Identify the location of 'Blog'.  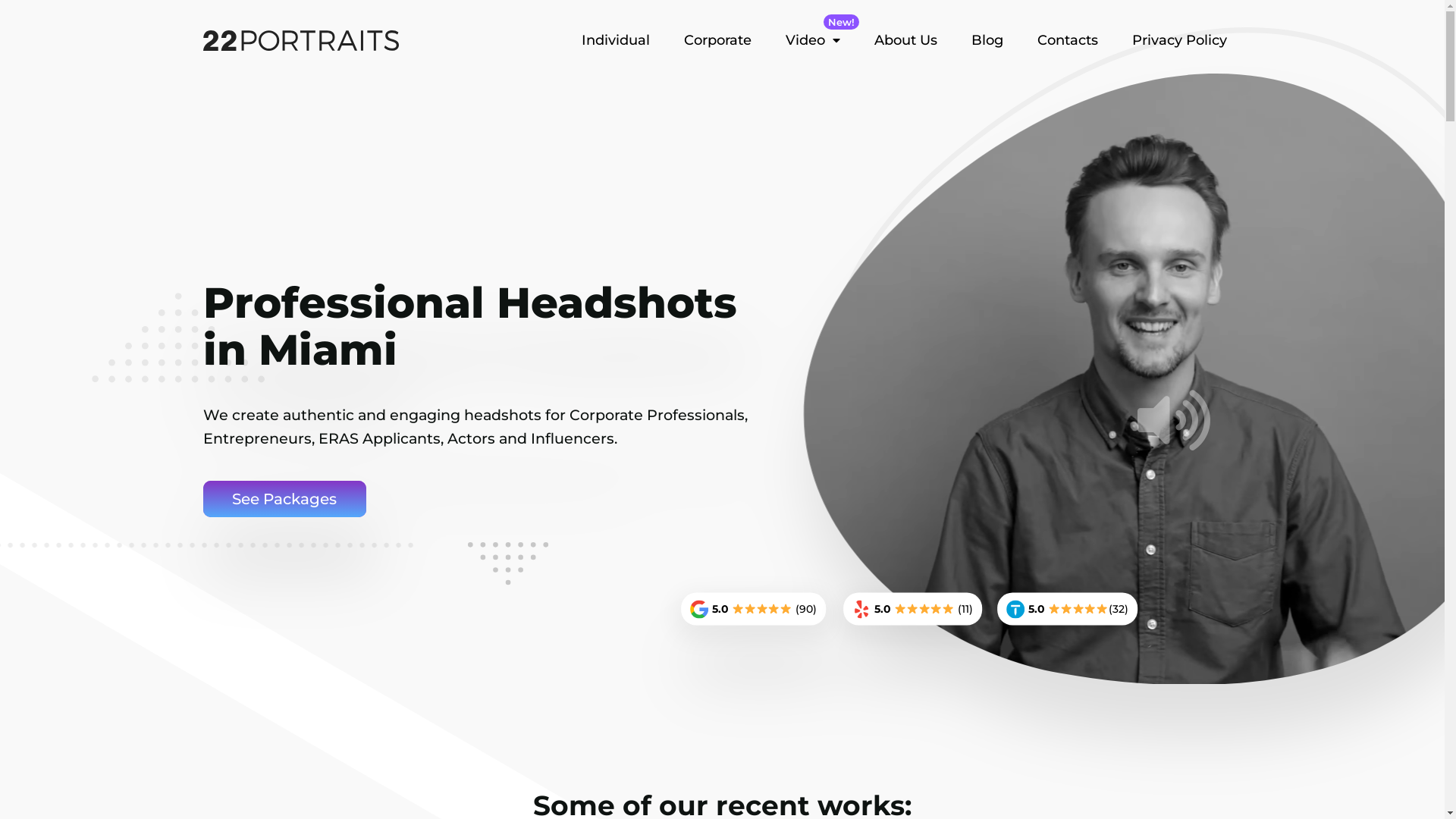
(986, 39).